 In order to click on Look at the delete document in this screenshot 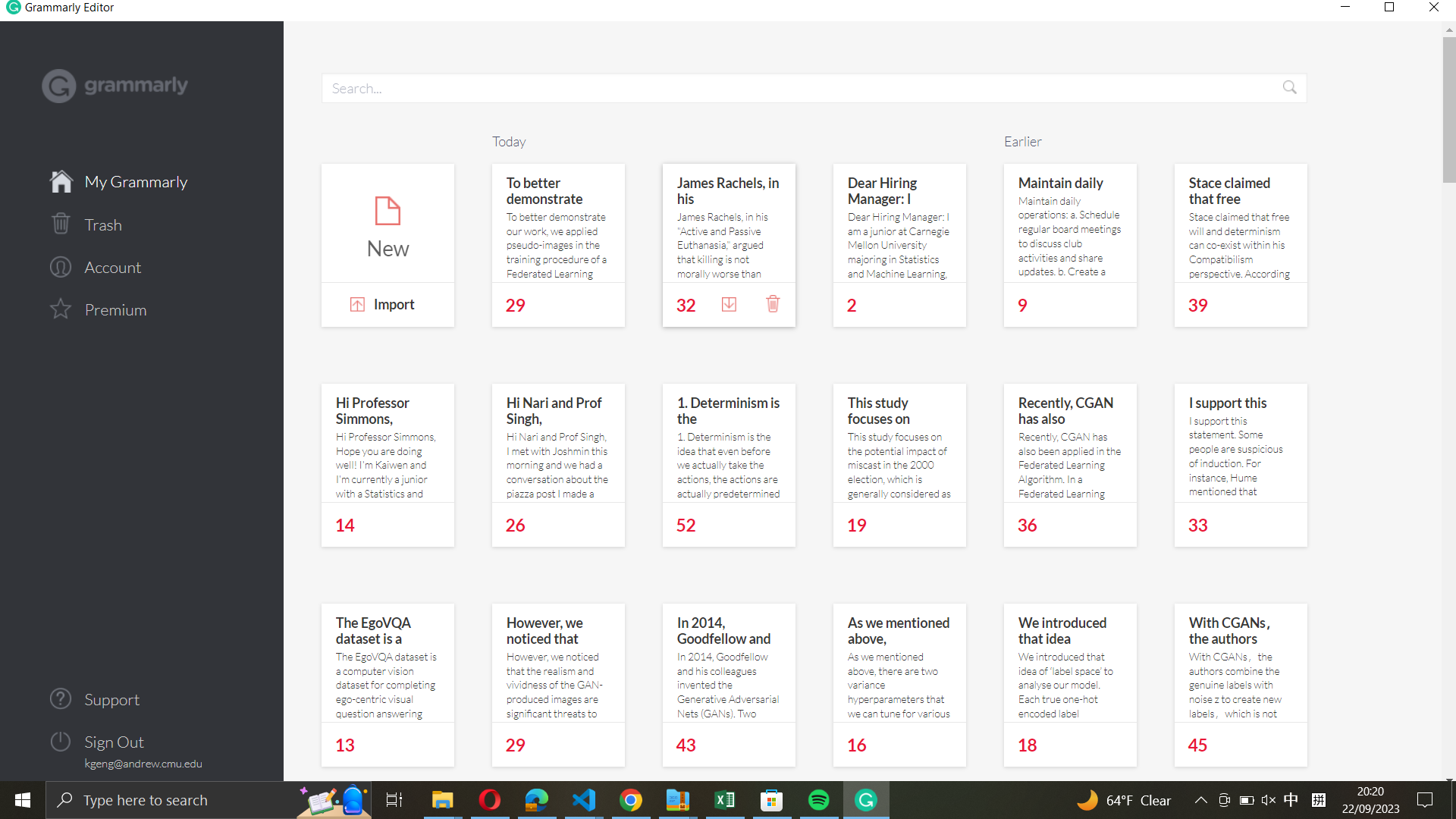, I will do `click(142, 223)`.